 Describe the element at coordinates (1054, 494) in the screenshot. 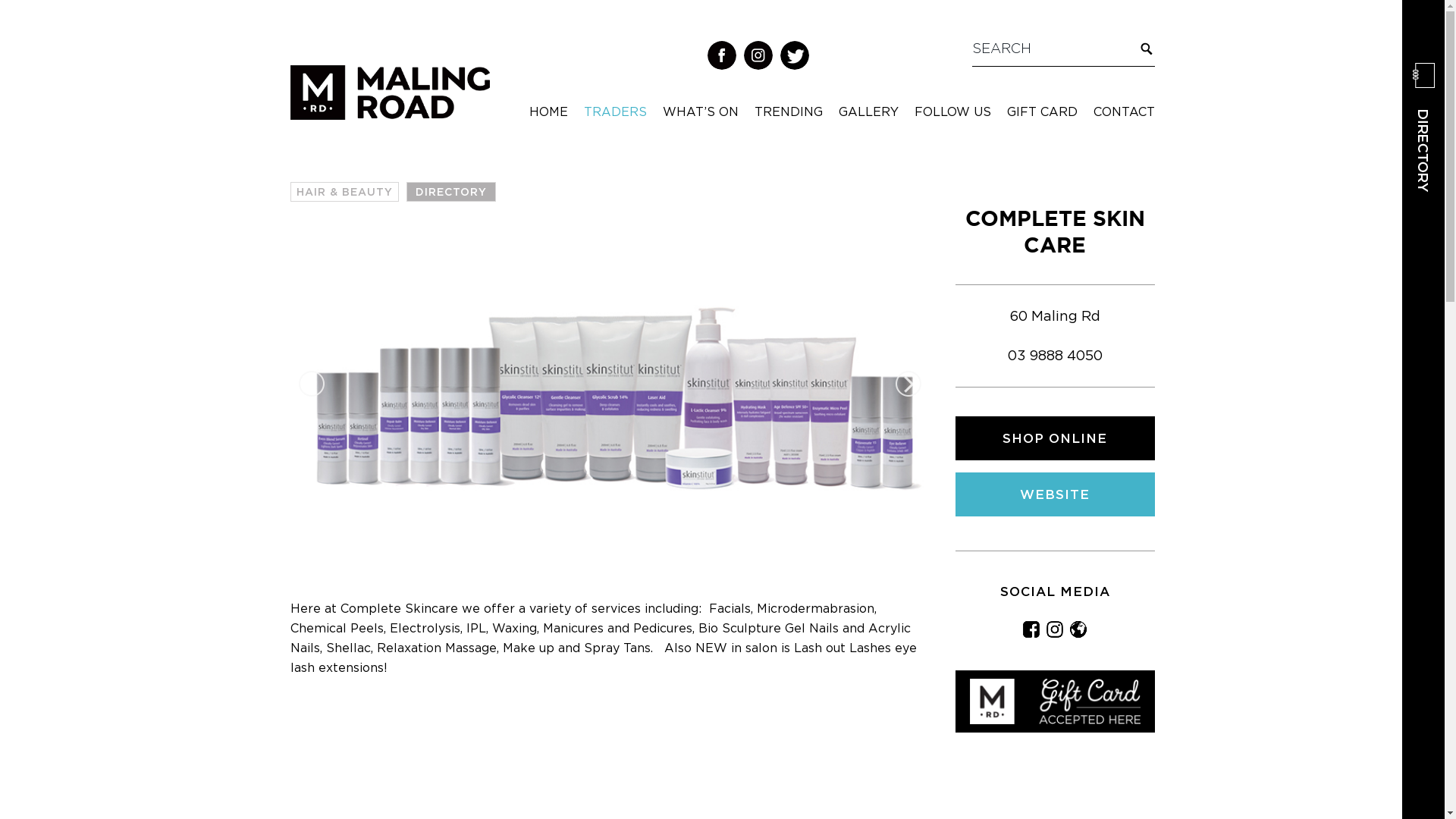

I see `'WEBSITE'` at that location.